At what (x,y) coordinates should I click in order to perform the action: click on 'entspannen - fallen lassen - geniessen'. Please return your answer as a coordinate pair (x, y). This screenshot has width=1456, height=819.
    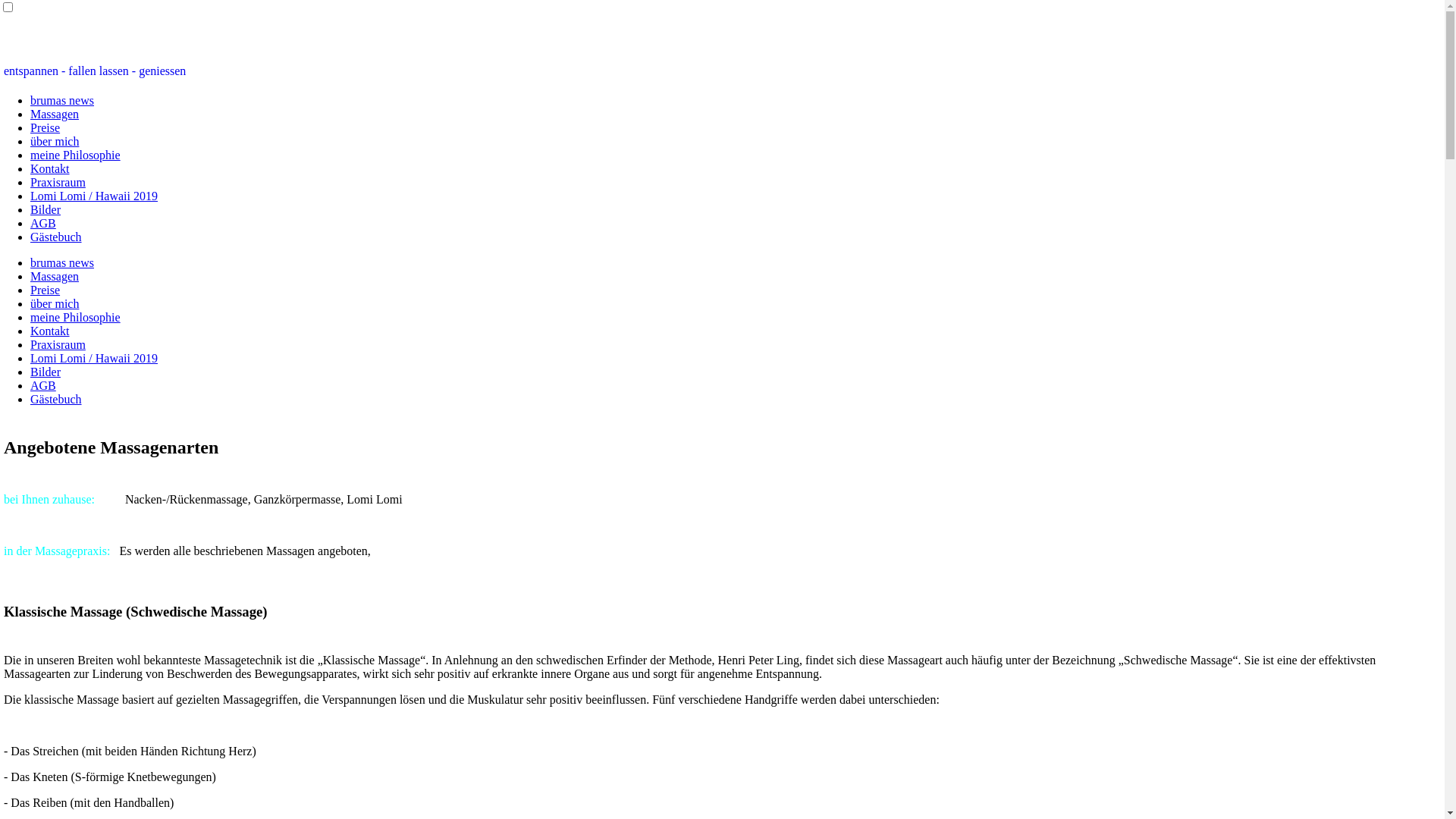
    Looking at the image, I should click on (93, 71).